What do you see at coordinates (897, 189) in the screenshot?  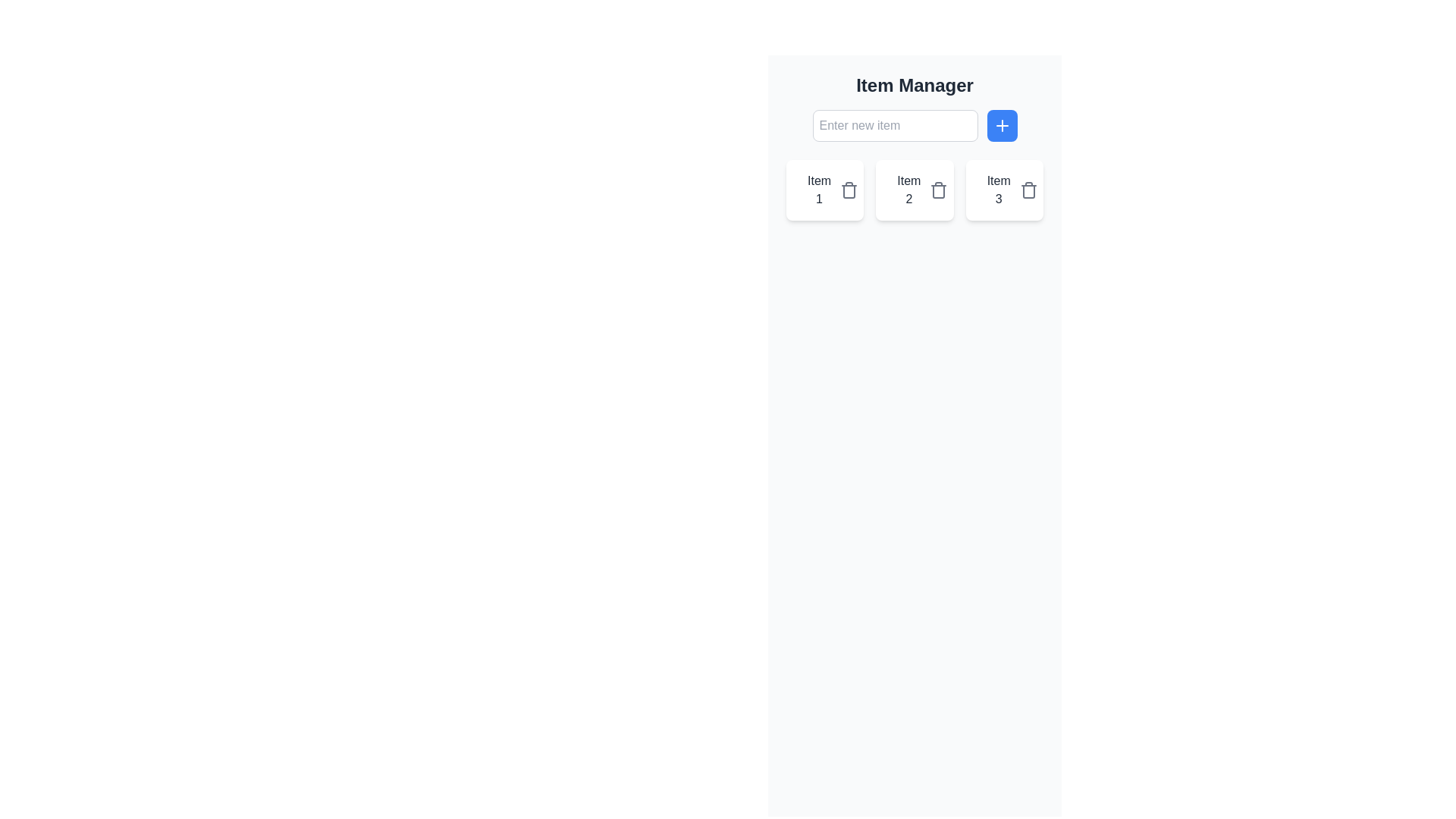 I see `the star icon located below the label 'Item 2' in the second card` at bounding box center [897, 189].